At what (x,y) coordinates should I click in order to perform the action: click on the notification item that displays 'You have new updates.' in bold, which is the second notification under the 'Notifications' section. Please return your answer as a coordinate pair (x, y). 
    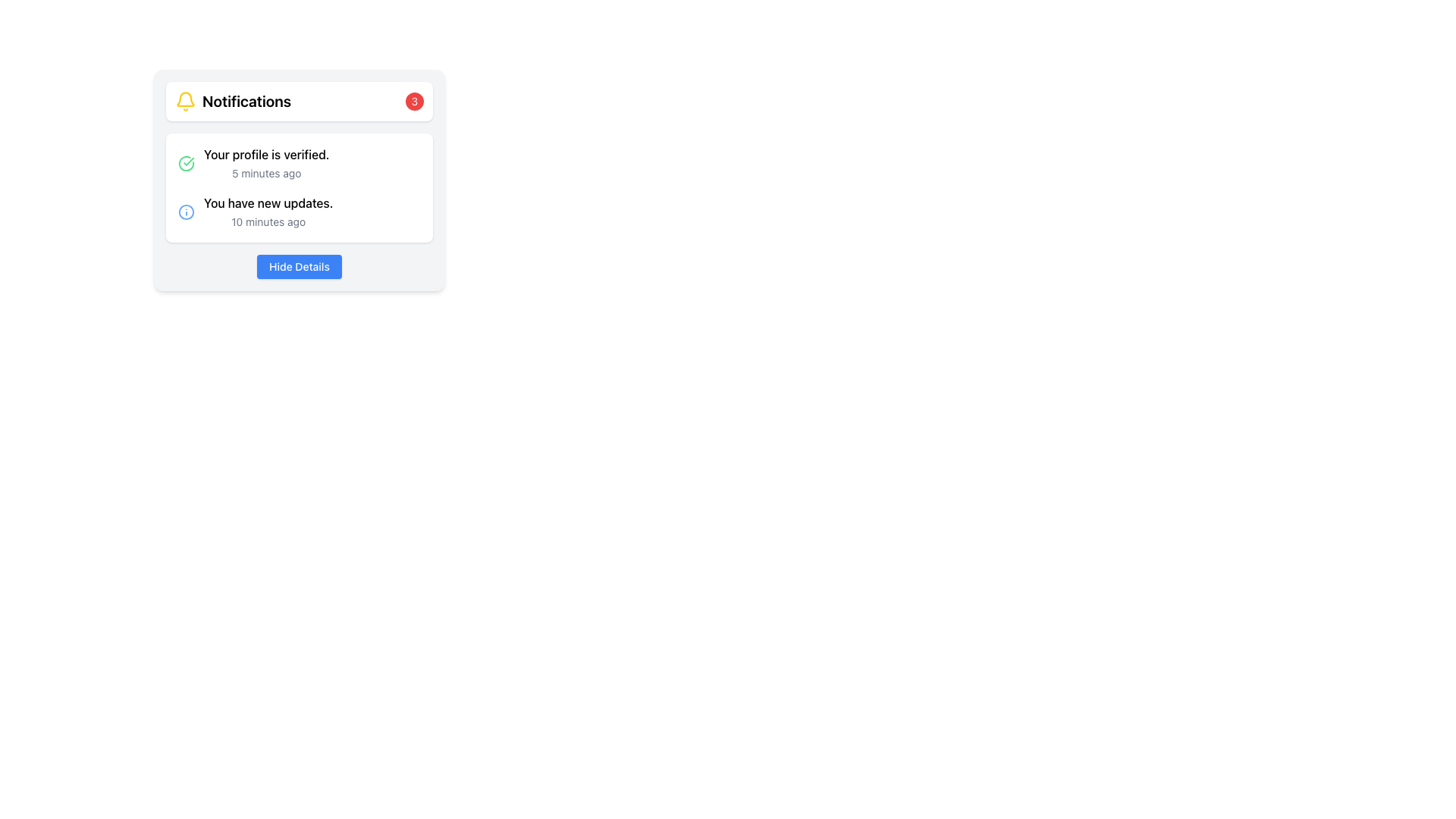
    Looking at the image, I should click on (299, 212).